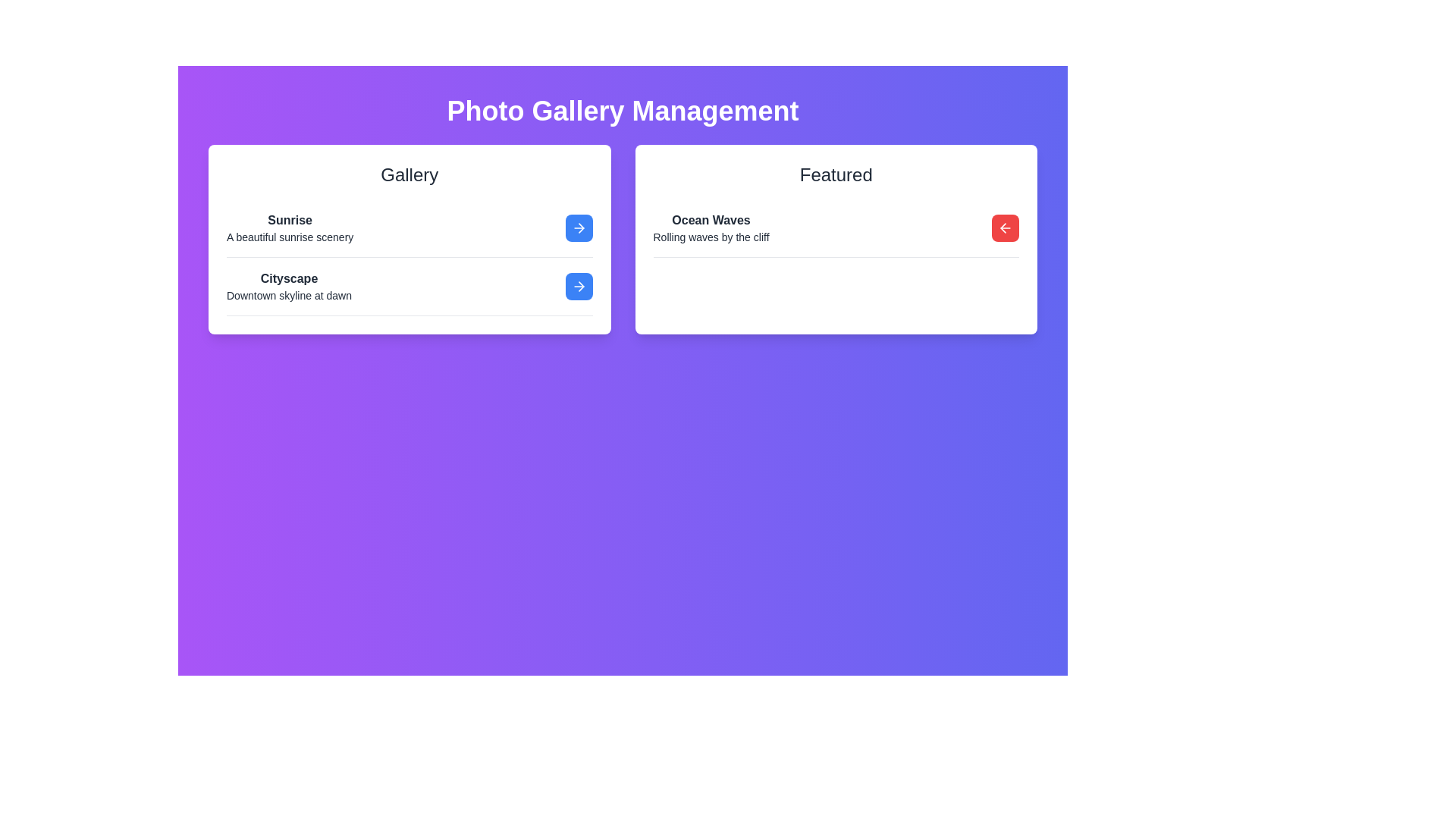  I want to click on the text label displaying the title 'Ocean Waves' in bold font, which is located in the 'Featured' section above the descriptive text 'Rolling waves by the cliff', so click(711, 220).